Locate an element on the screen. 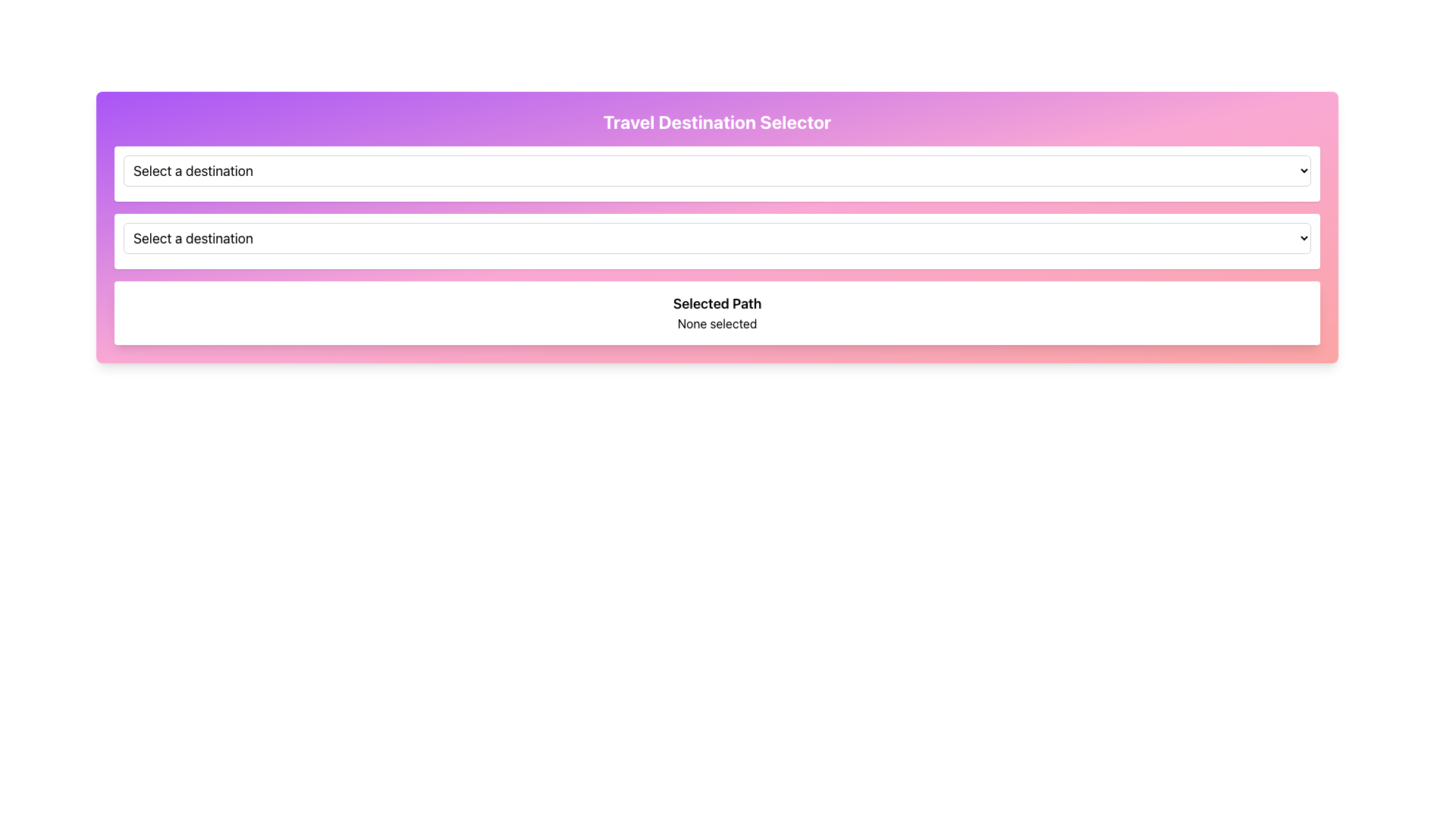  the dropdown menu styled with a white background and gray border by tabbing into it is located at coordinates (716, 238).